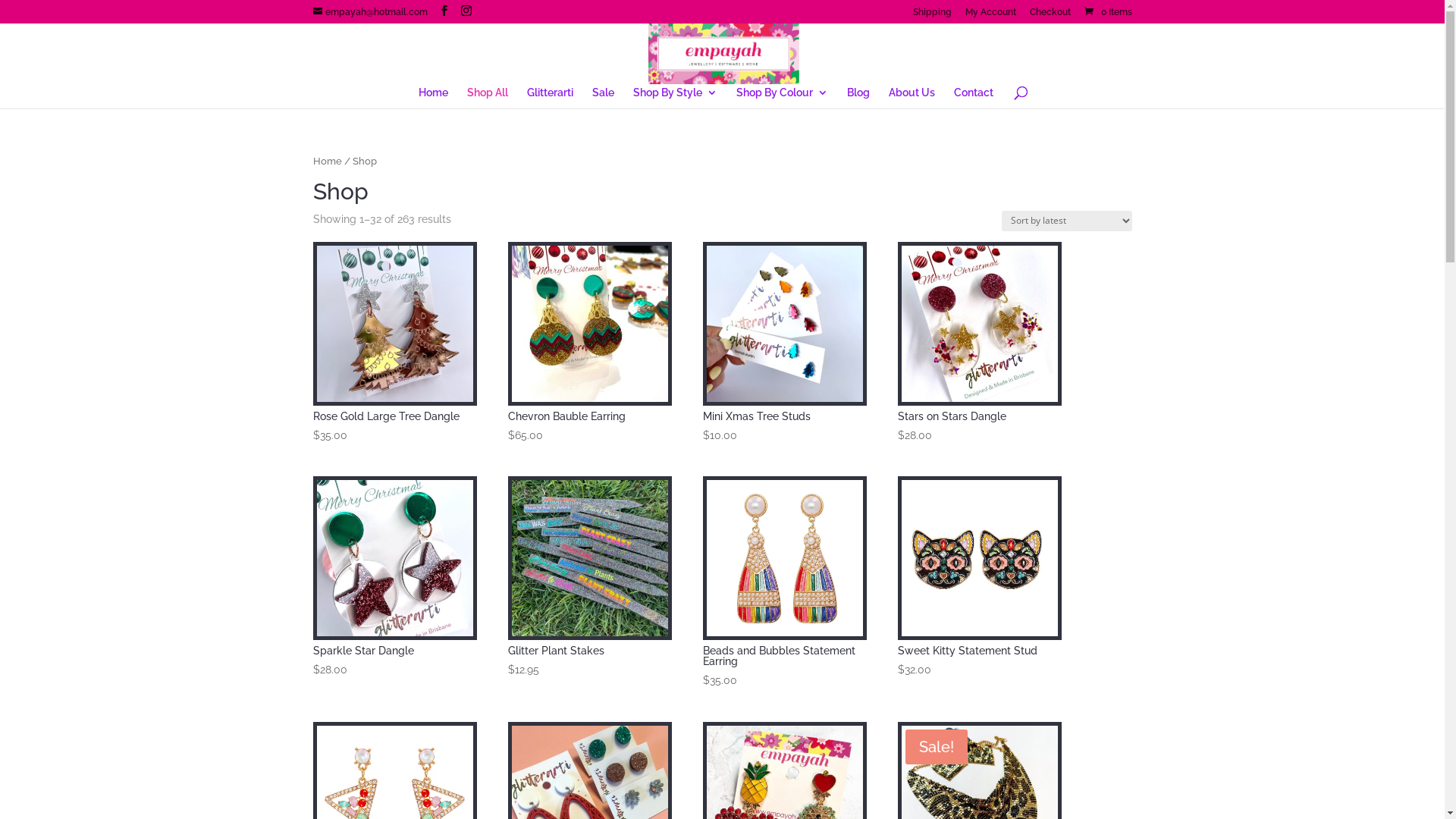 This screenshot has height=819, width=1456. What do you see at coordinates (973, 97) in the screenshot?
I see `'Contact'` at bounding box center [973, 97].